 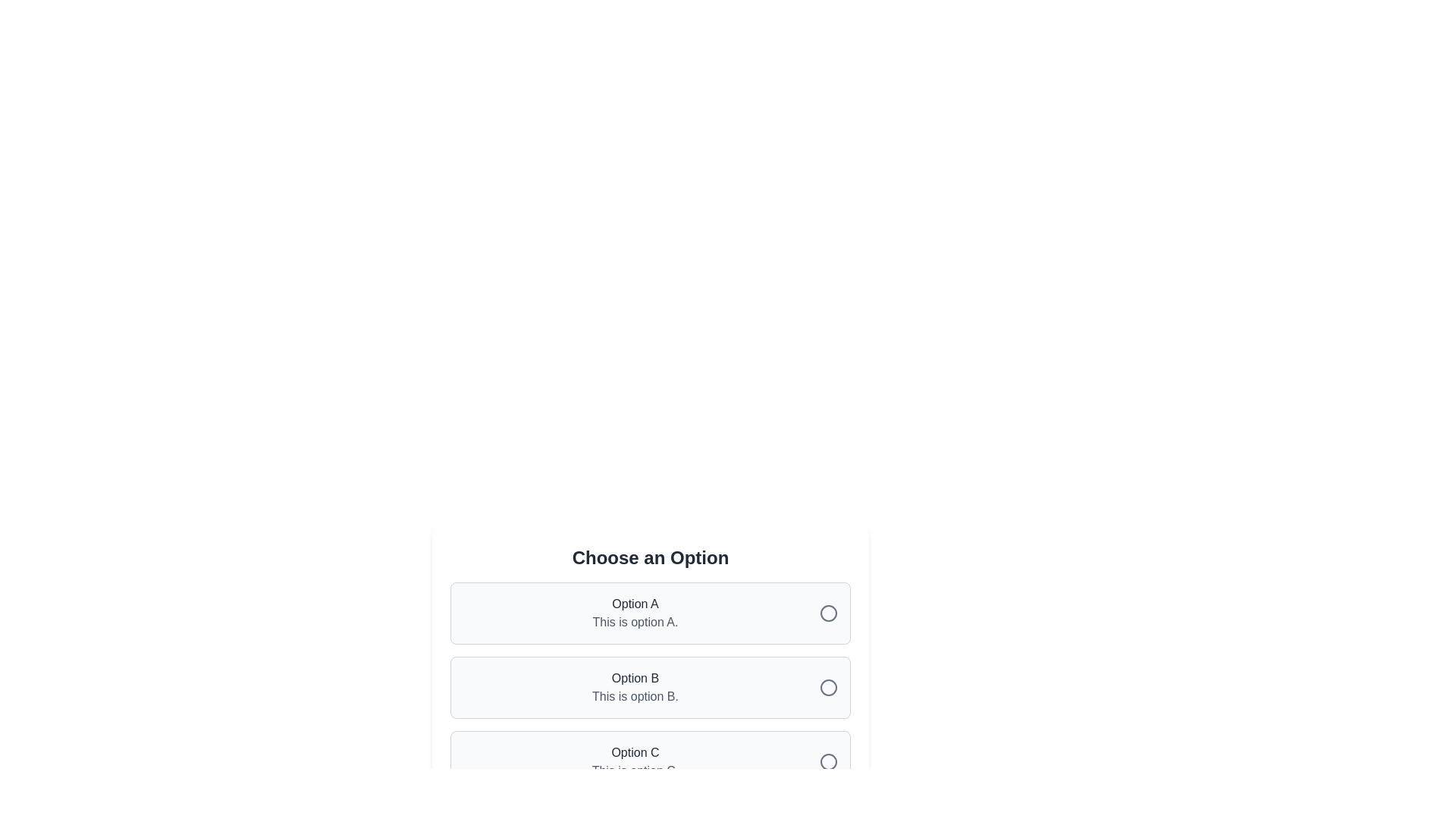 What do you see at coordinates (828, 687) in the screenshot?
I see `the SVG circle element representing option B in the vertical list, which is styled with a border and empty interior` at bounding box center [828, 687].